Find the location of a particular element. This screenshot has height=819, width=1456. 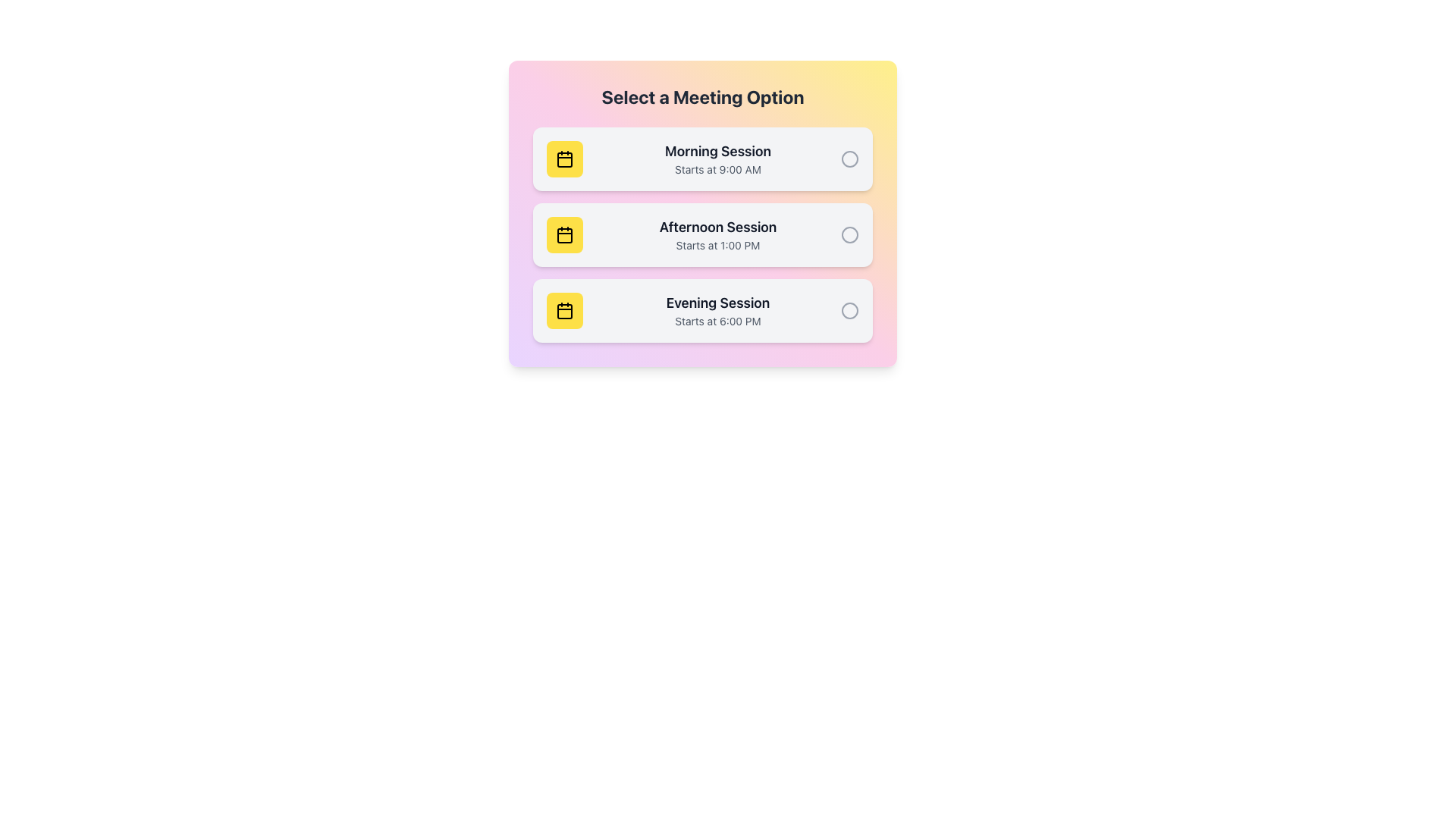

the text label reading 'Starts at 9:00 AM' is located at coordinates (717, 169).